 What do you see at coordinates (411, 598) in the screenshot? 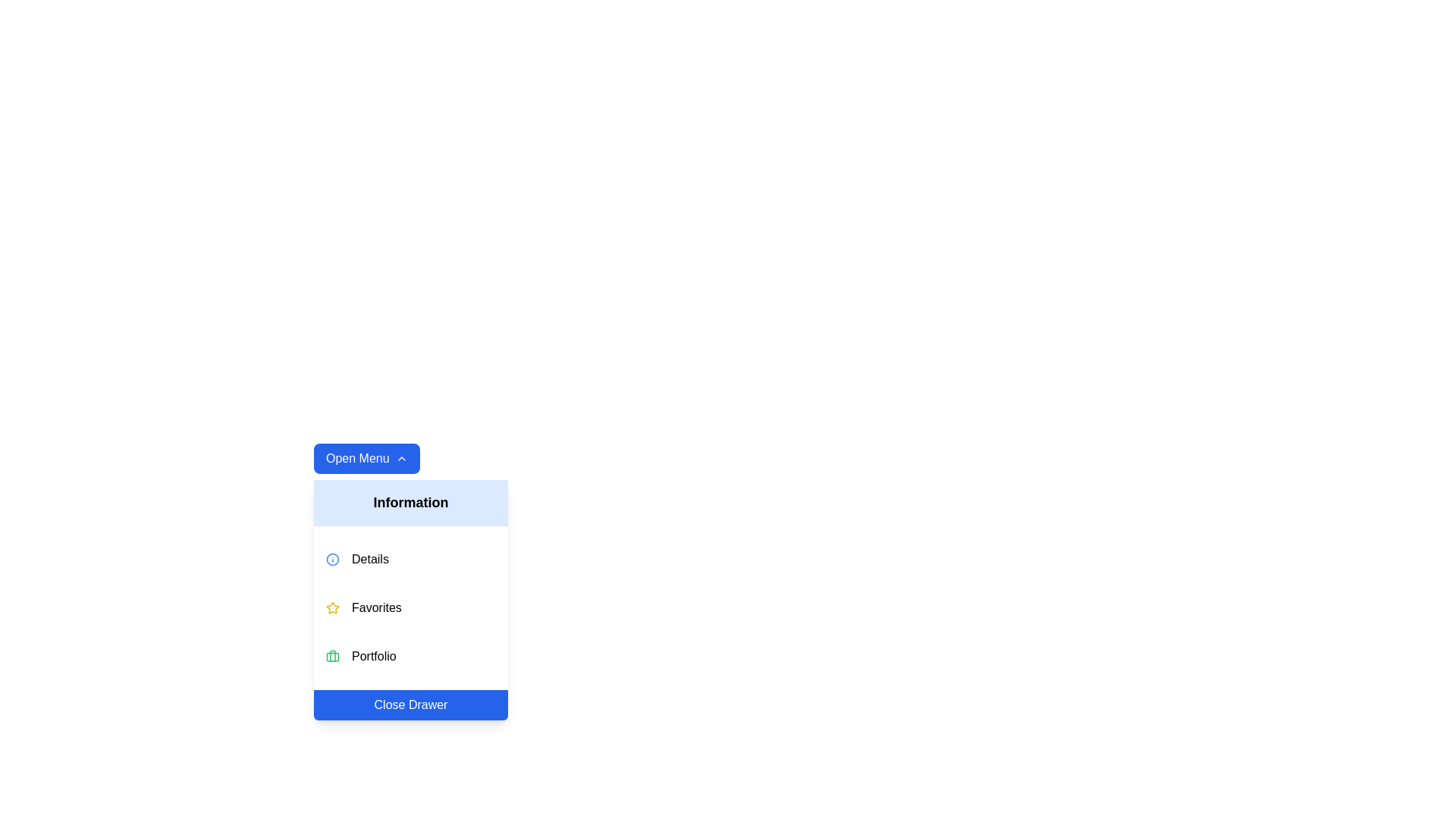
I see `the 'Favorites' option in the Menu Drawer` at bounding box center [411, 598].